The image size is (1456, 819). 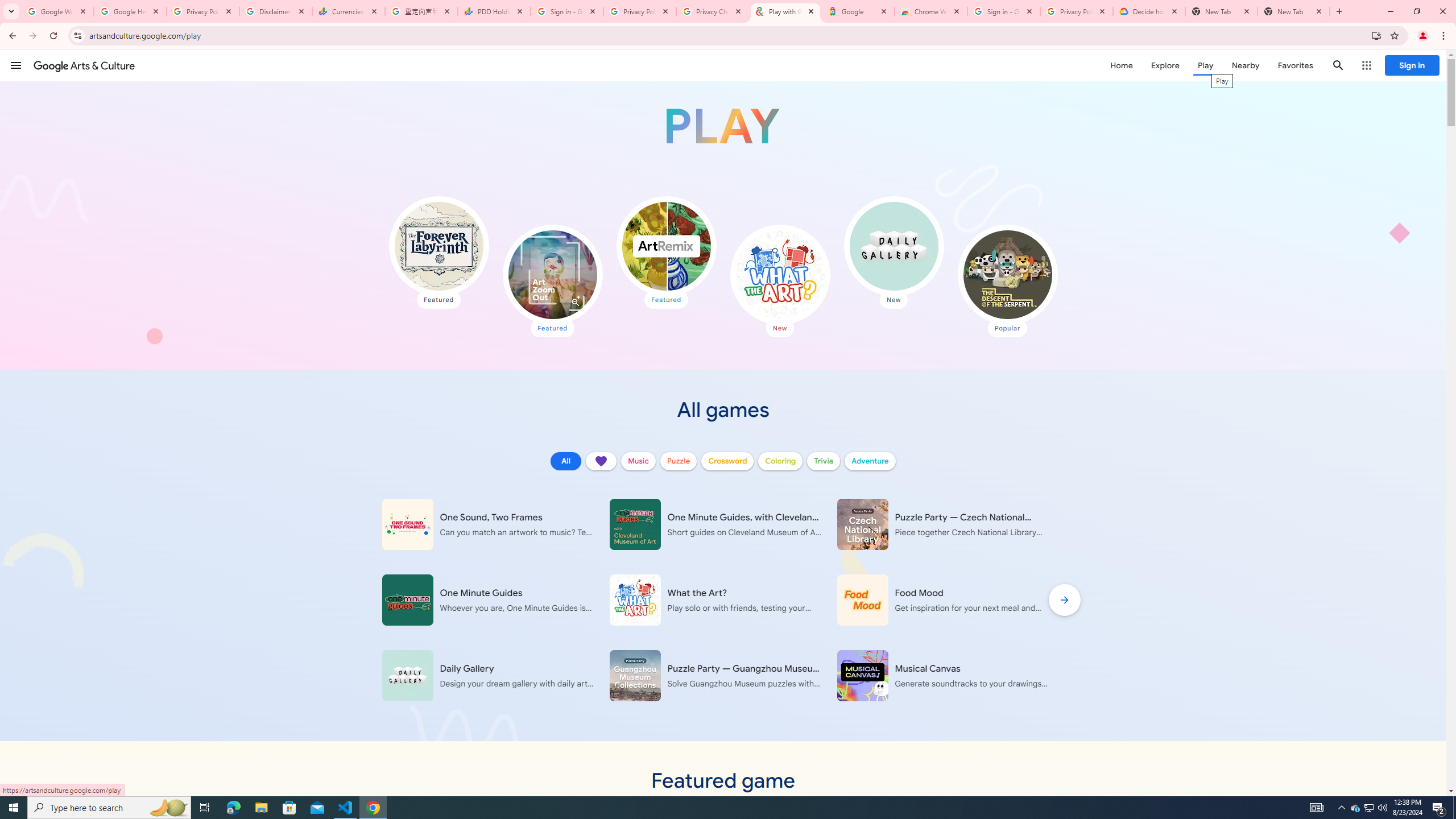 What do you see at coordinates (1164, 65) in the screenshot?
I see `'Explore'` at bounding box center [1164, 65].